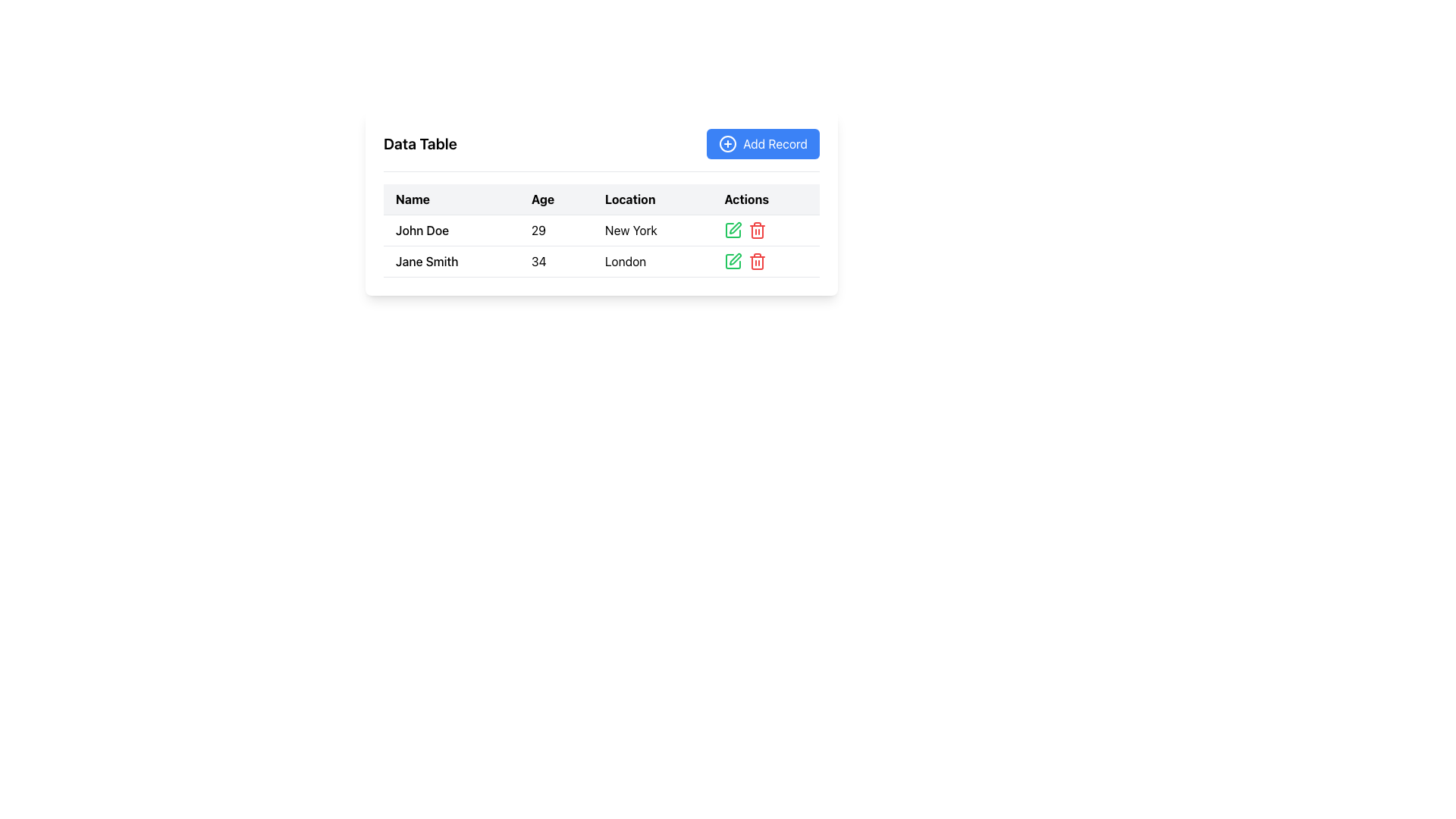 The image size is (1456, 819). Describe the element at coordinates (736, 227) in the screenshot. I see `the edit icon with a green outline in the Actions column of the data table for the entry 'Jane Smith, Age: 34, Location: London'` at that location.